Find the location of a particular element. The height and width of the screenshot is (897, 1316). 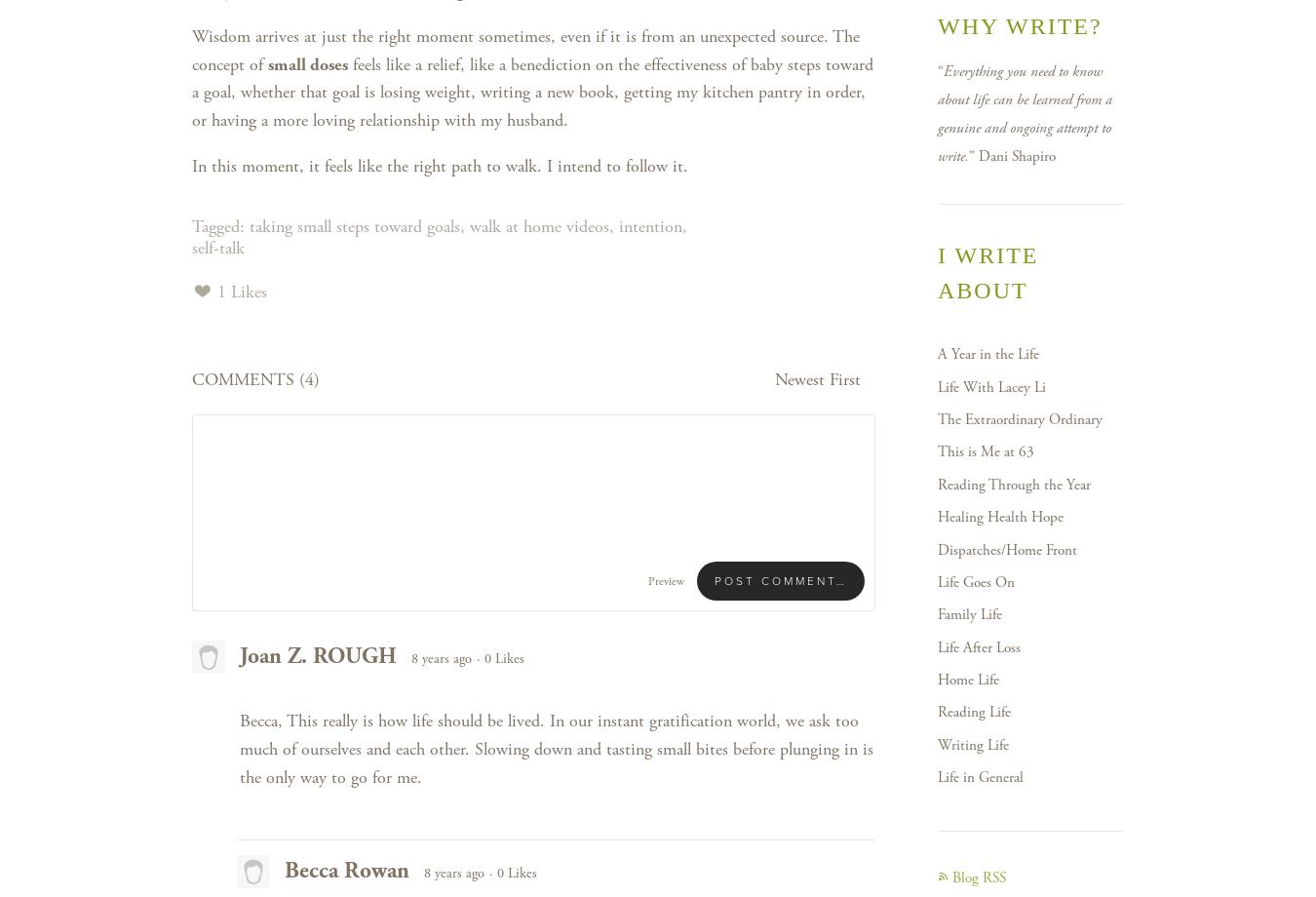

'Home Life' is located at coordinates (967, 680).